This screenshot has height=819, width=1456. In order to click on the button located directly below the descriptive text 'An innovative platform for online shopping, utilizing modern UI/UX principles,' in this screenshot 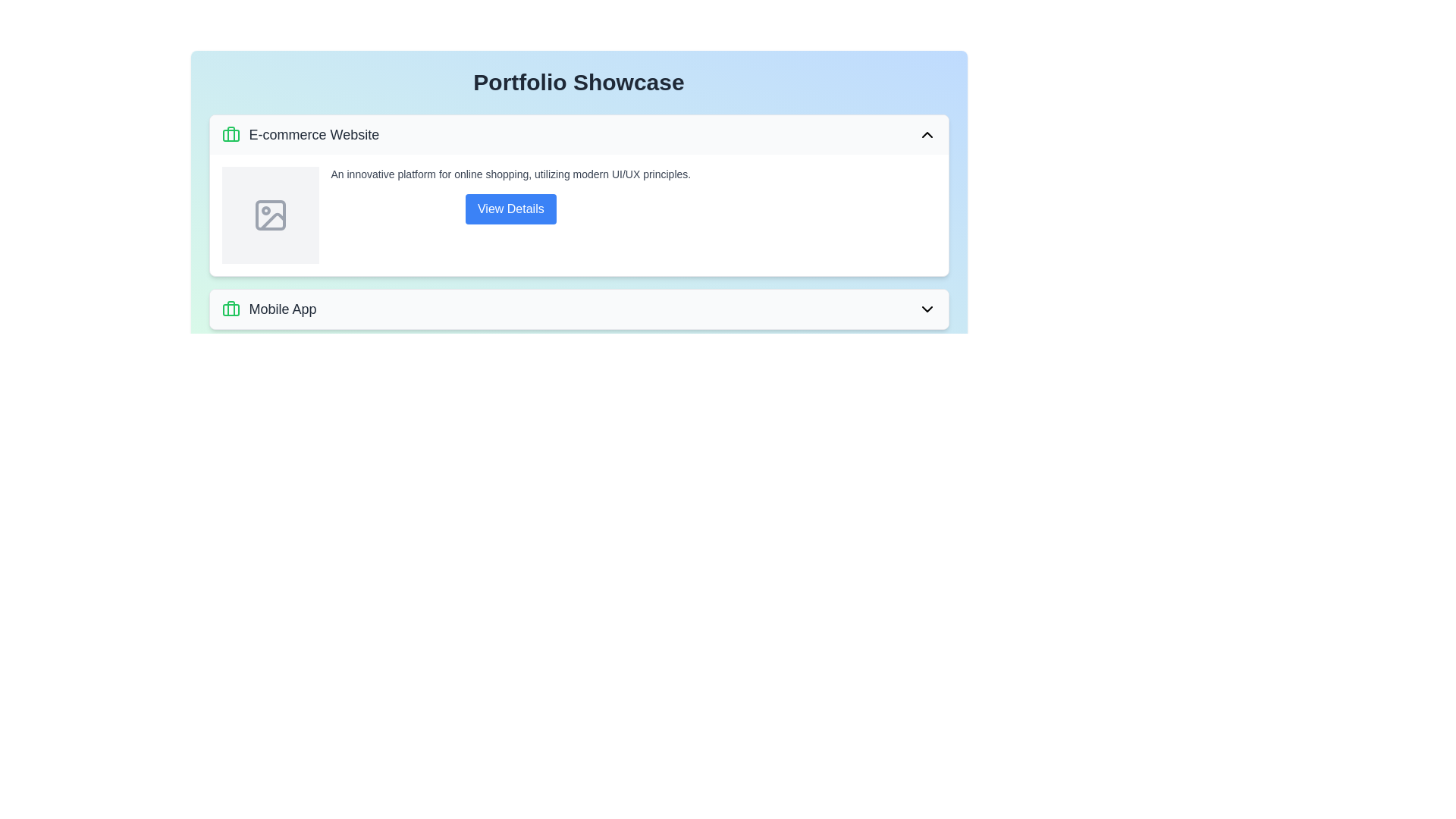, I will do `click(510, 209)`.